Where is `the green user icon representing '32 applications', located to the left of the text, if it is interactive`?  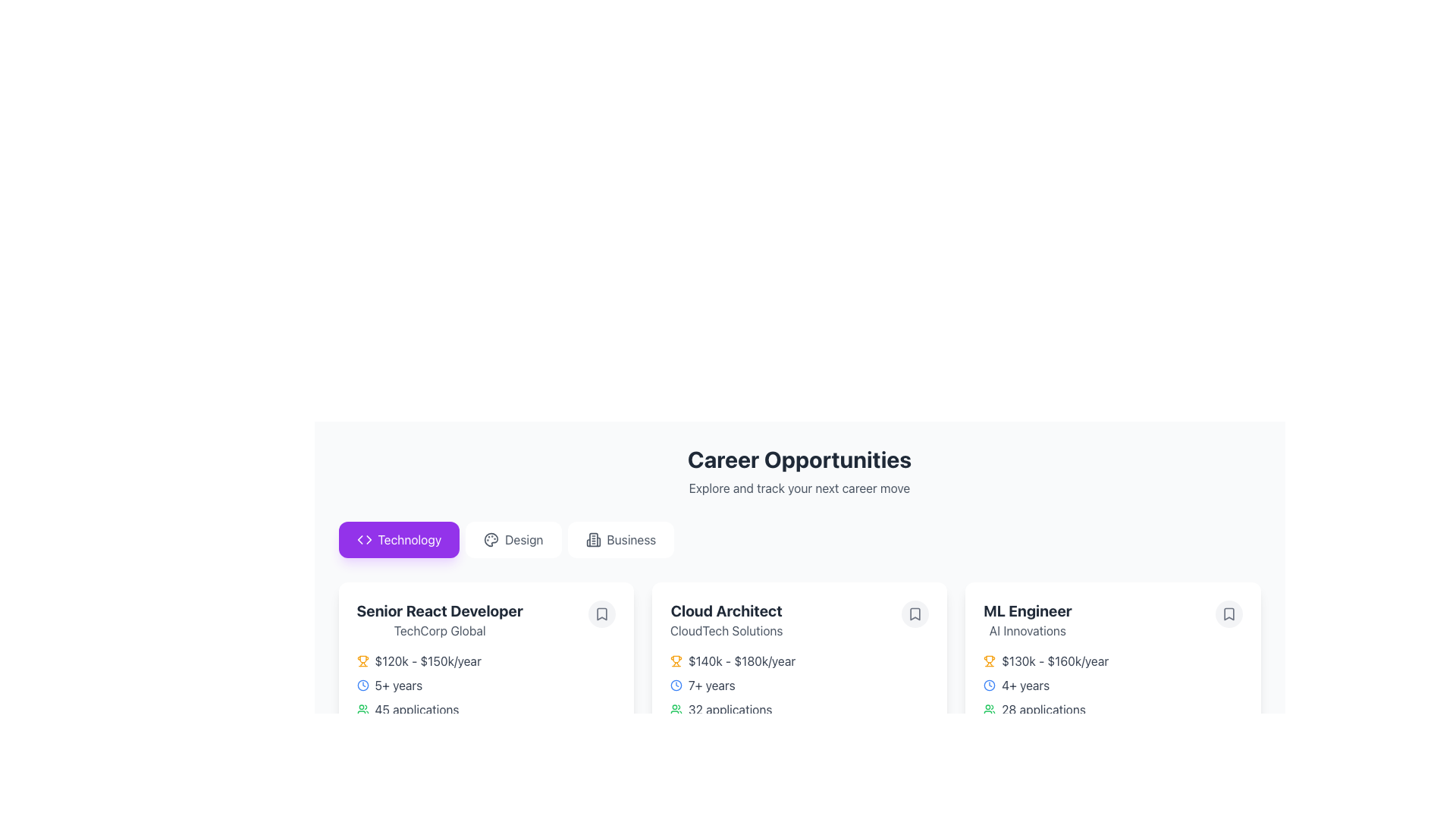
the green user icon representing '32 applications', located to the left of the text, if it is interactive is located at coordinates (675, 710).